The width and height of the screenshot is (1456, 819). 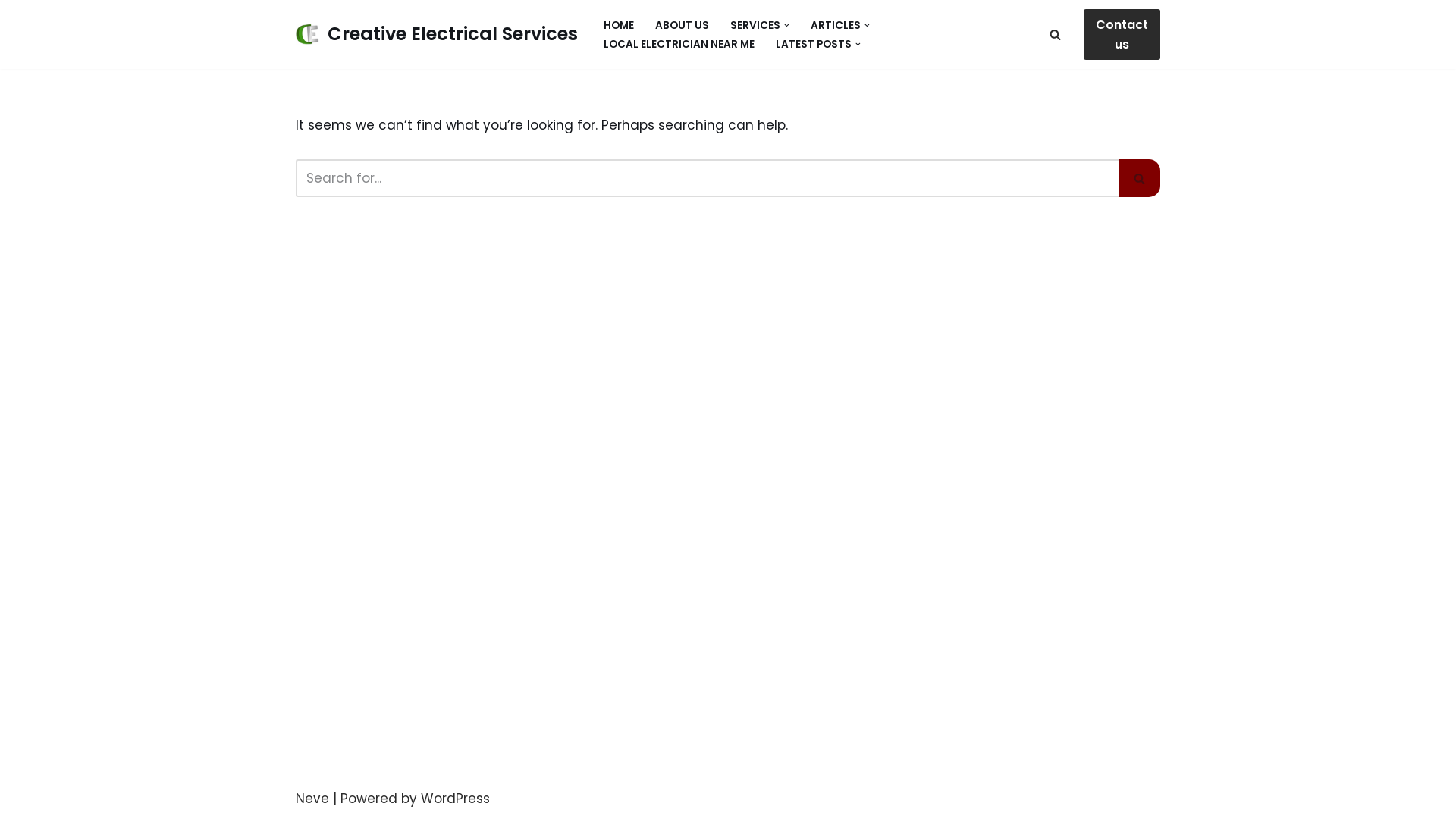 I want to click on 'SERVICES', so click(x=755, y=25).